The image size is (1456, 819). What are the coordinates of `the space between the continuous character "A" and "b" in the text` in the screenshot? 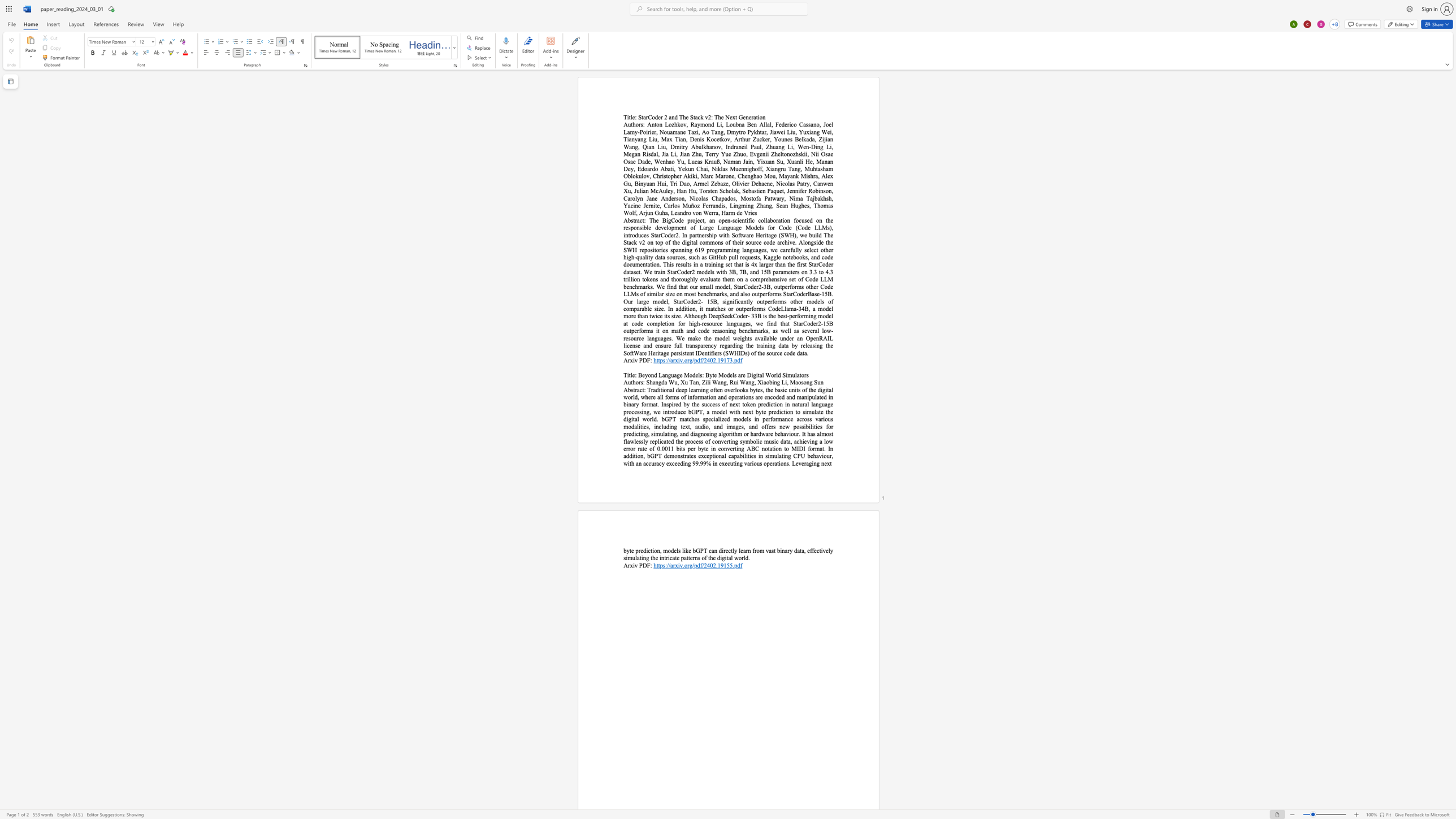 It's located at (627, 389).